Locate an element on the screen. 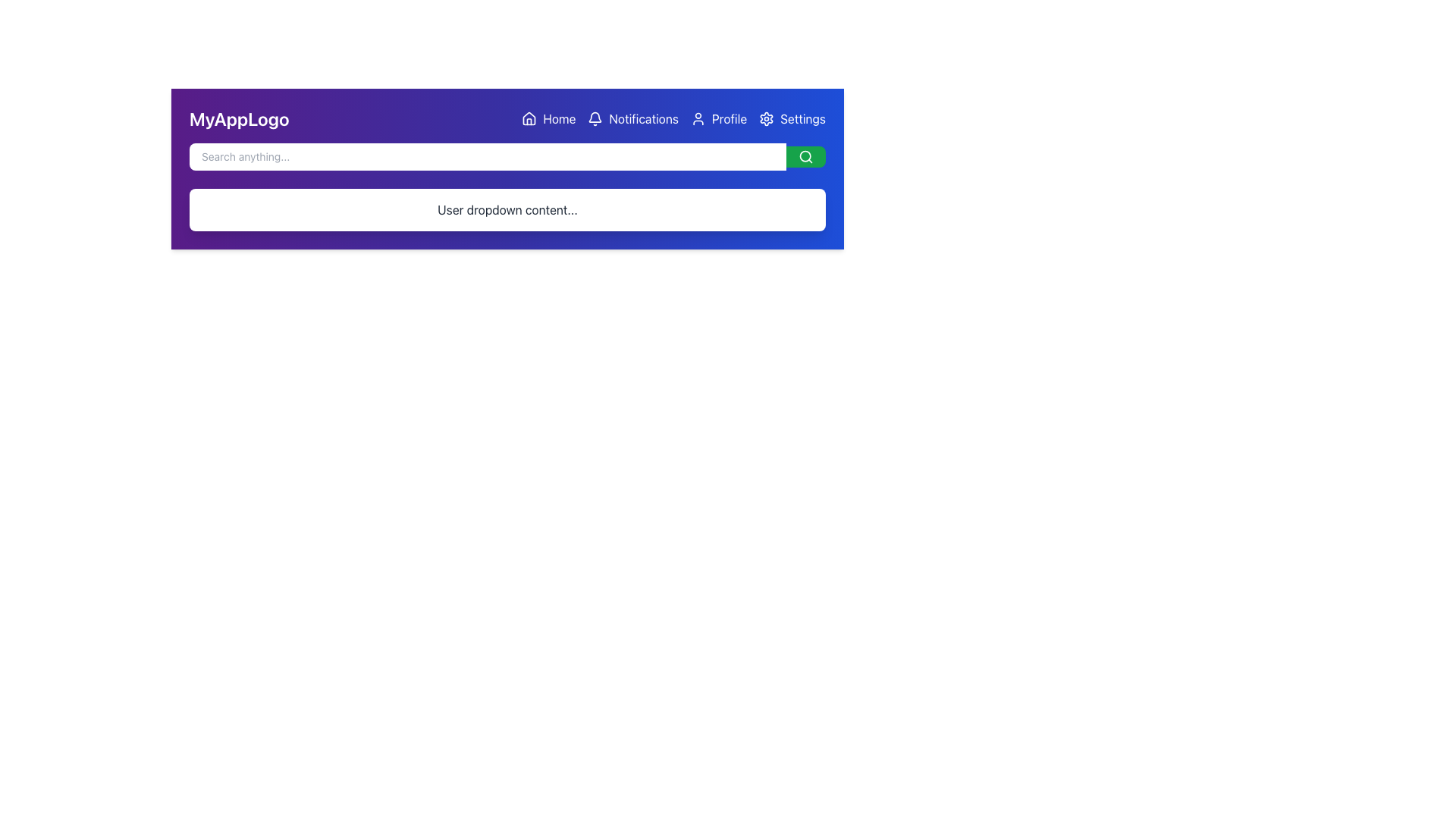 The width and height of the screenshot is (1456, 819). the non-interactive Text Label that displays the application's name, located in the header section at the leftmost position is located at coordinates (238, 118).